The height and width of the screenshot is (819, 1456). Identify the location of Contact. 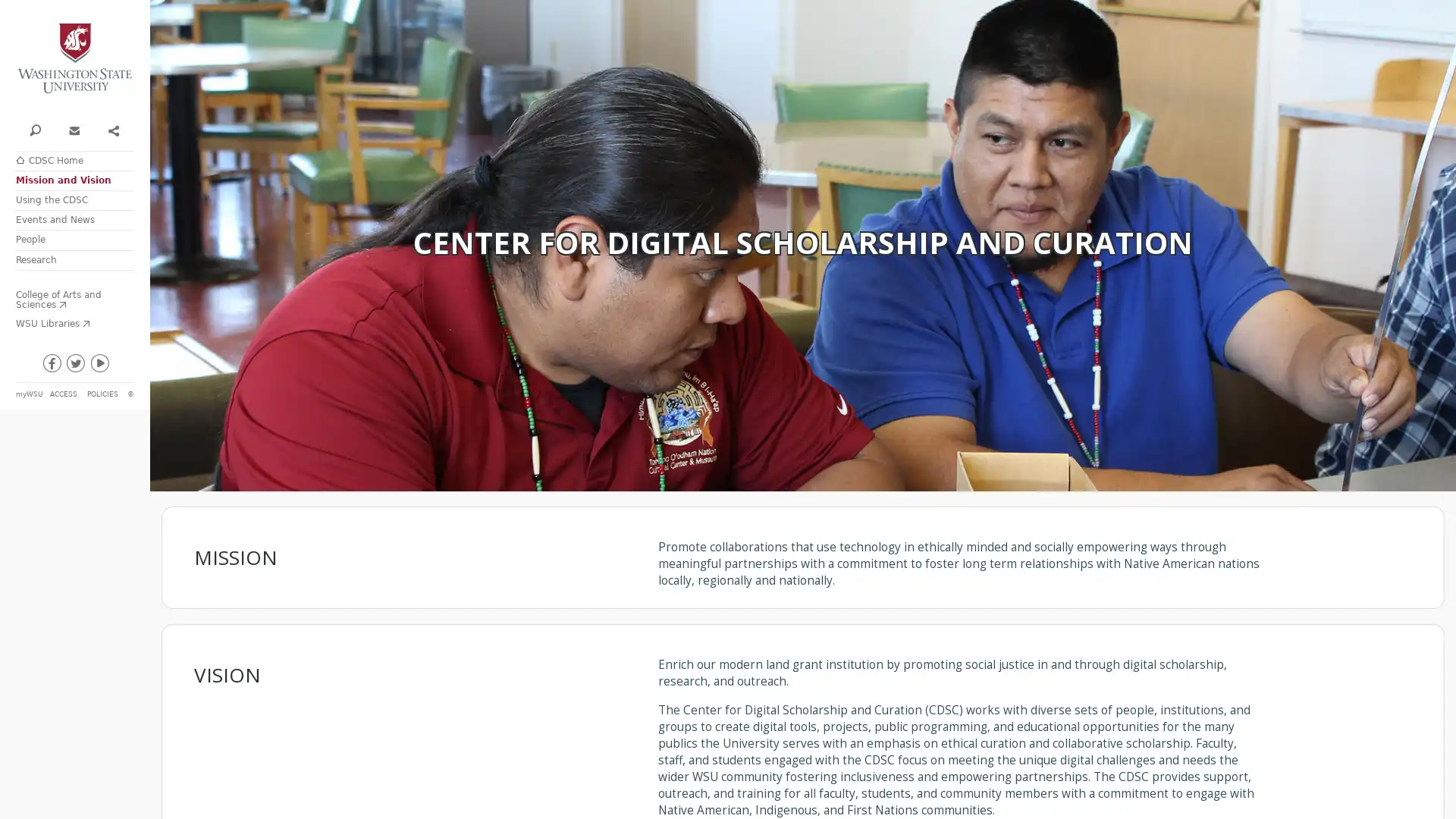
(73, 128).